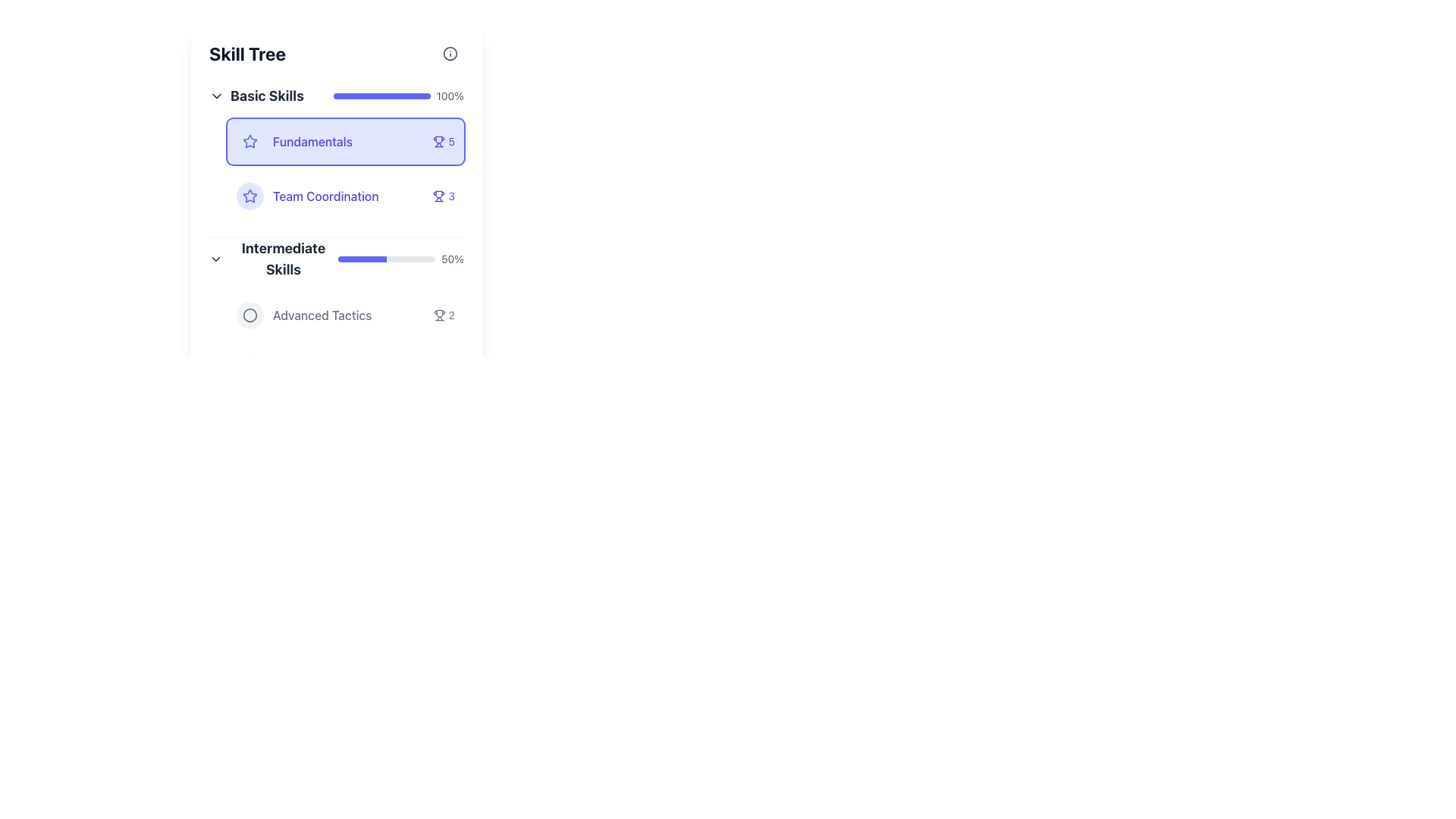 The height and width of the screenshot is (819, 1456). Describe the element at coordinates (336, 96) in the screenshot. I see `the 'Basic Skills' progress tracker element, which features a bold text label and a blue progress bar filled to 100%, located in the 'Skill Tree' section` at that location.